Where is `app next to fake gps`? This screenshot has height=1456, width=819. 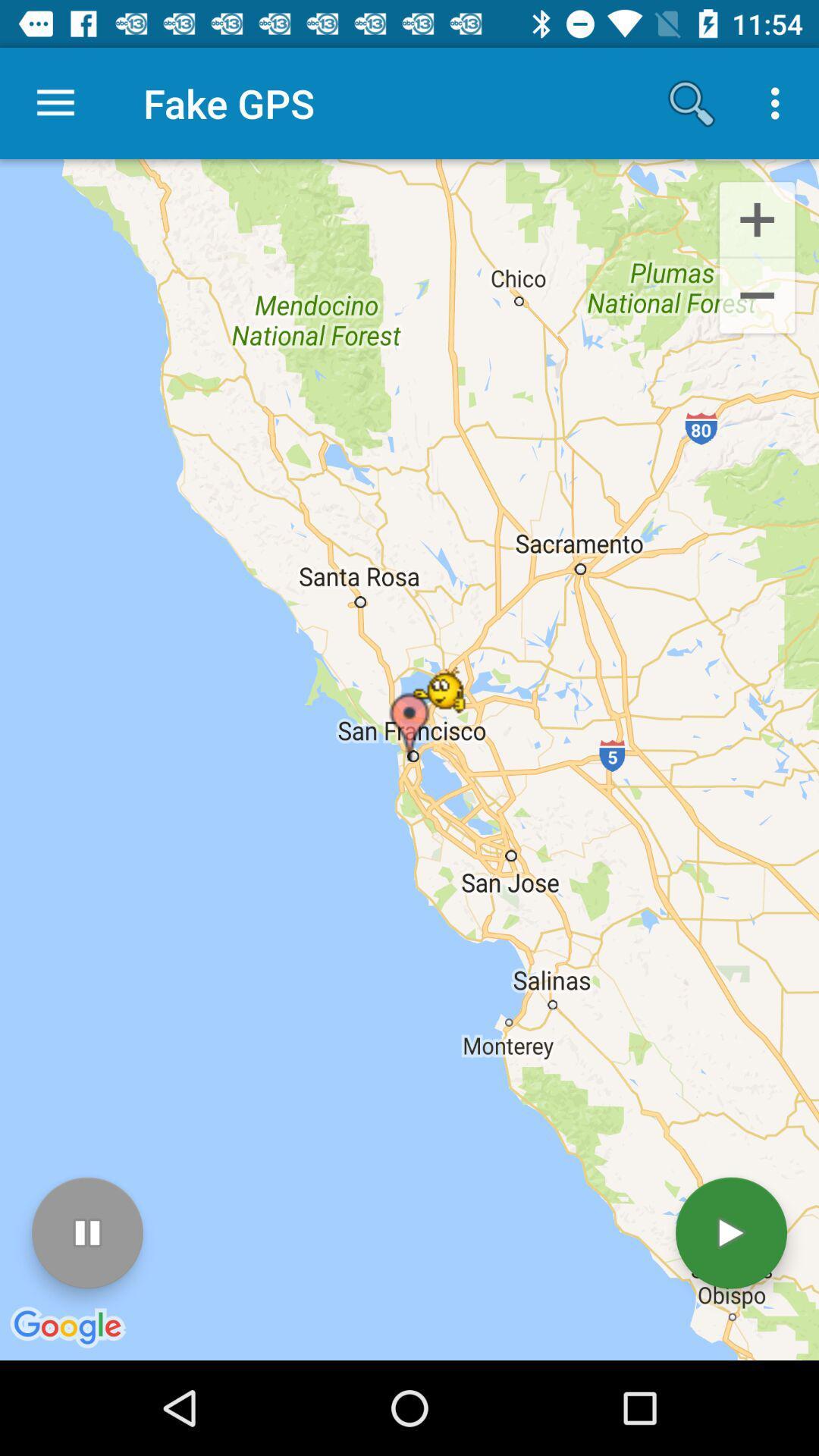
app next to fake gps is located at coordinates (691, 102).